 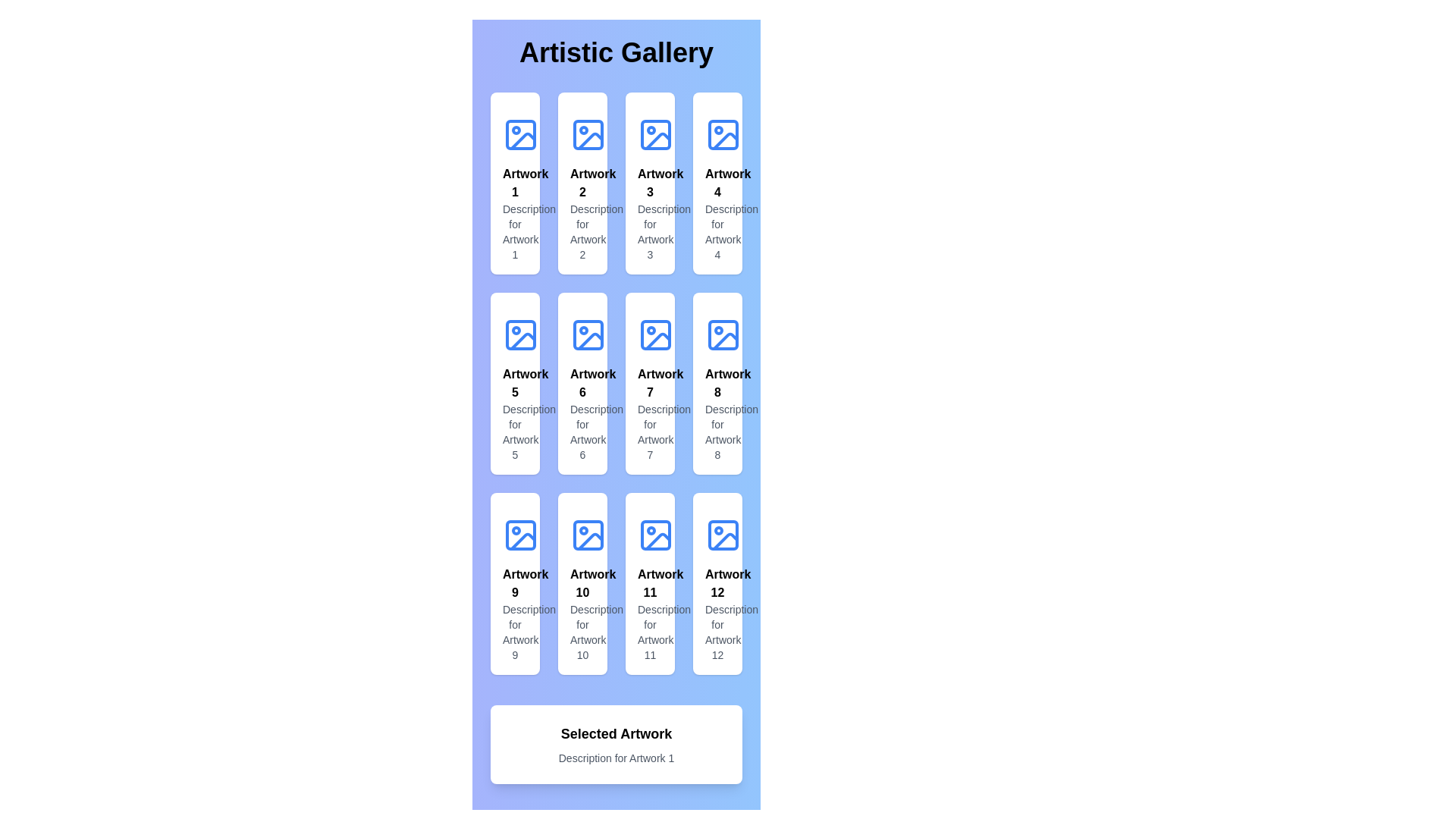 I want to click on the Text element displaying 'Artwork 8' located in the third row and last column of the grid, so click(x=717, y=382).